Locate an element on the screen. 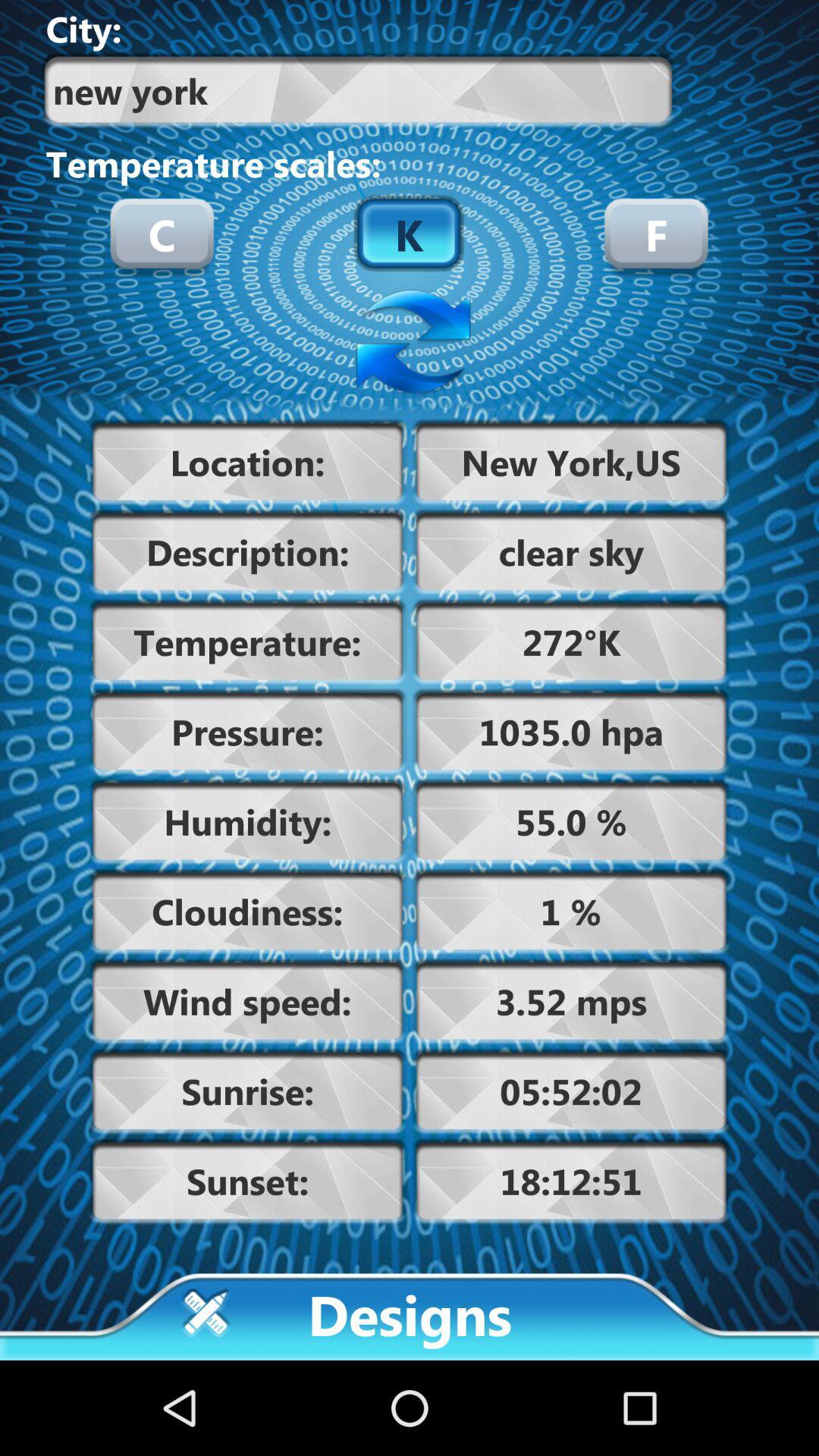 The width and height of the screenshot is (819, 1456). the k button is located at coordinates (408, 232).